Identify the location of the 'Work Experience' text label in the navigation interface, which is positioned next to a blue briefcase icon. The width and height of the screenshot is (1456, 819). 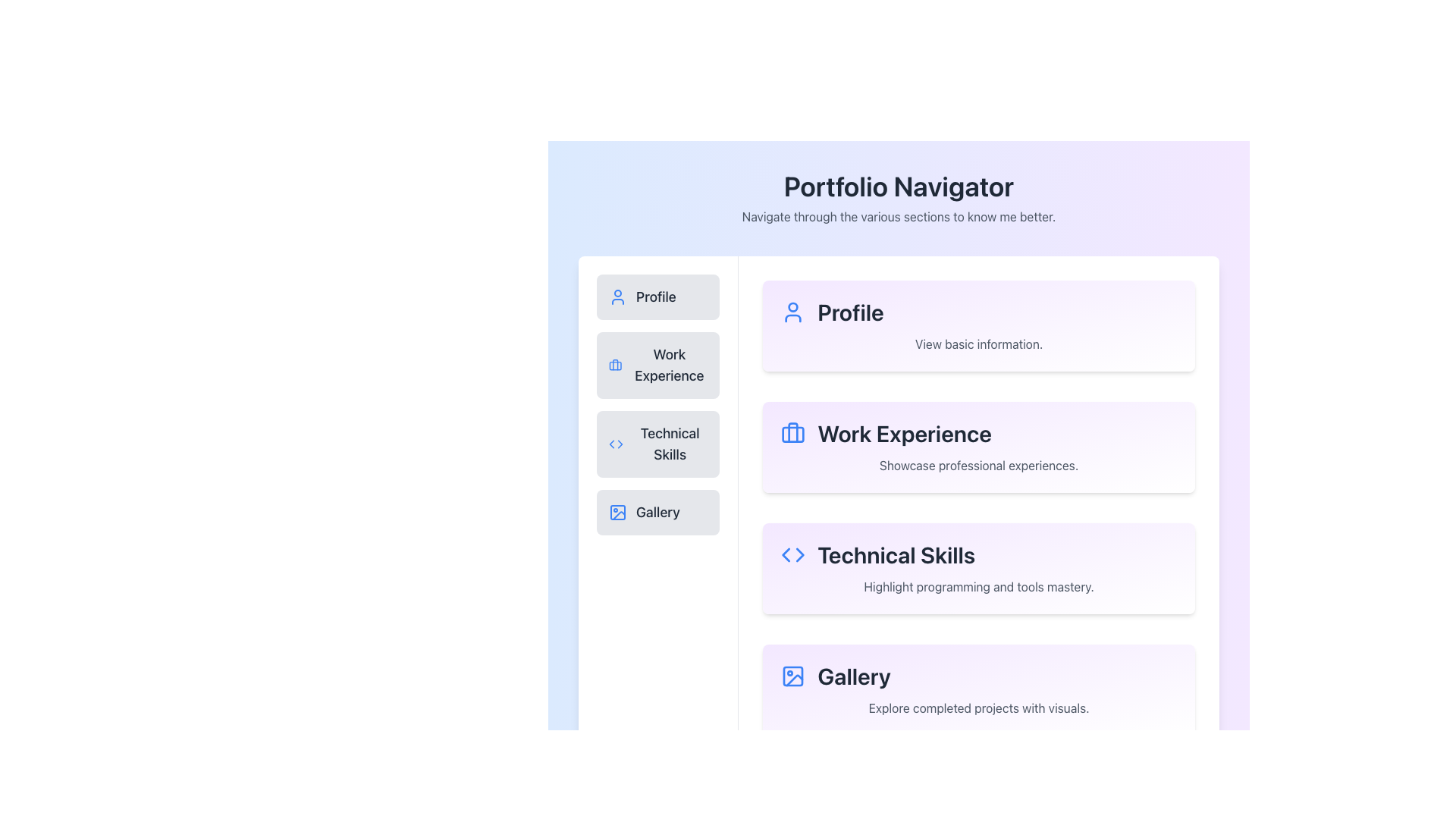
(668, 366).